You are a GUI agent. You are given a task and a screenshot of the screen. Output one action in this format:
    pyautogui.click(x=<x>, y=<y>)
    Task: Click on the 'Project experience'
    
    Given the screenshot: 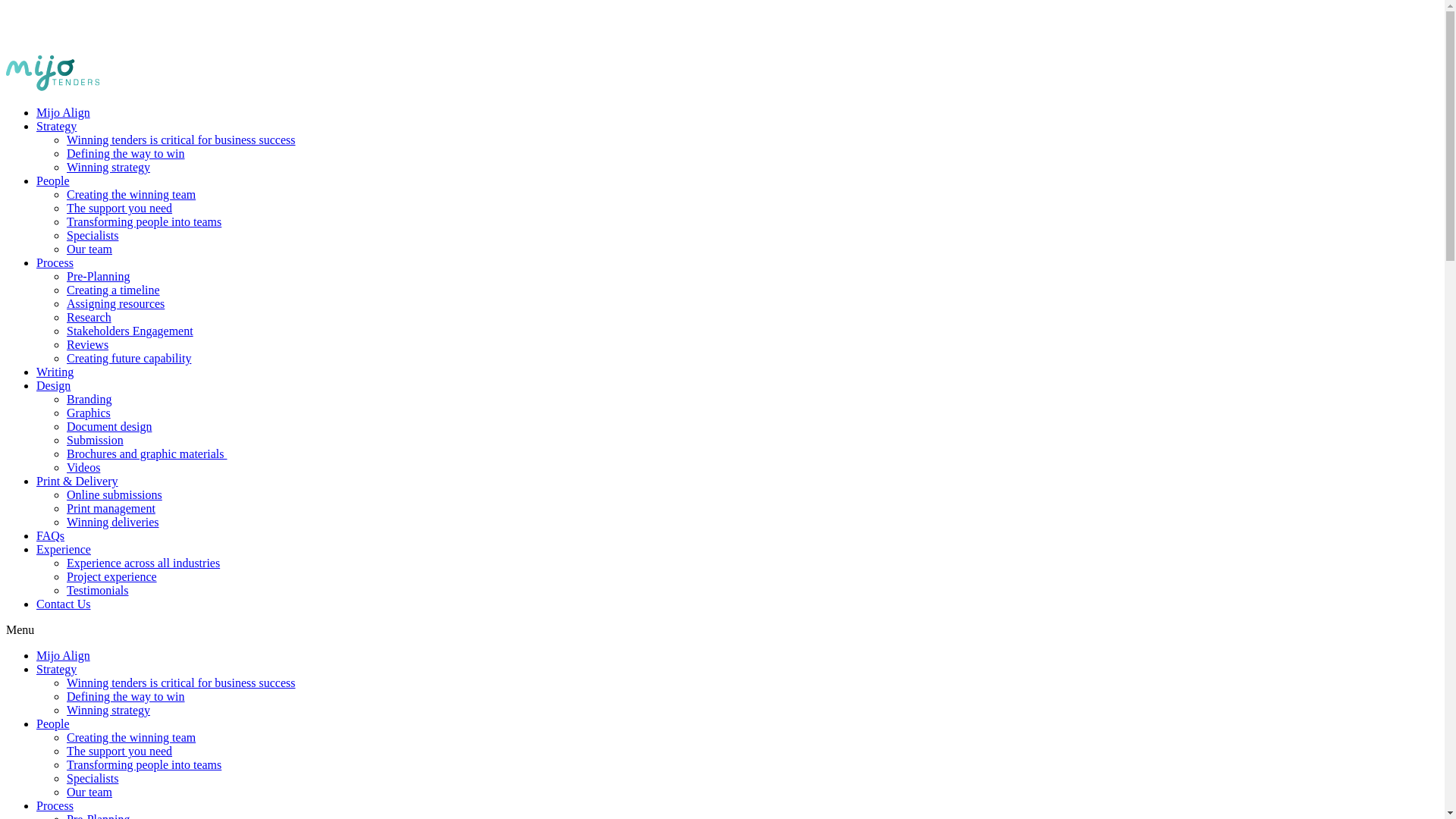 What is the action you would take?
    pyautogui.click(x=111, y=576)
    